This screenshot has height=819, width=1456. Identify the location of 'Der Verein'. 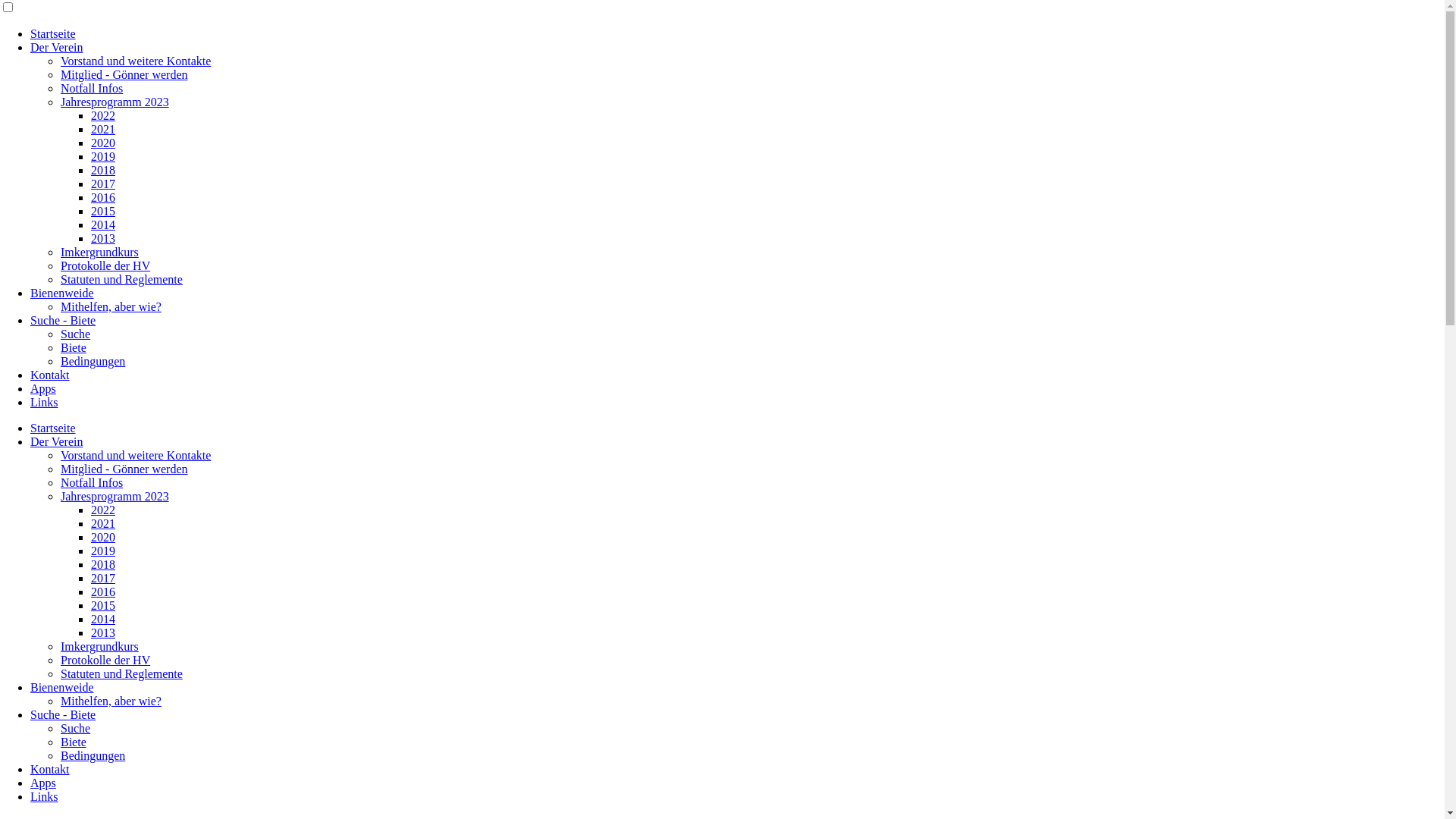
(56, 46).